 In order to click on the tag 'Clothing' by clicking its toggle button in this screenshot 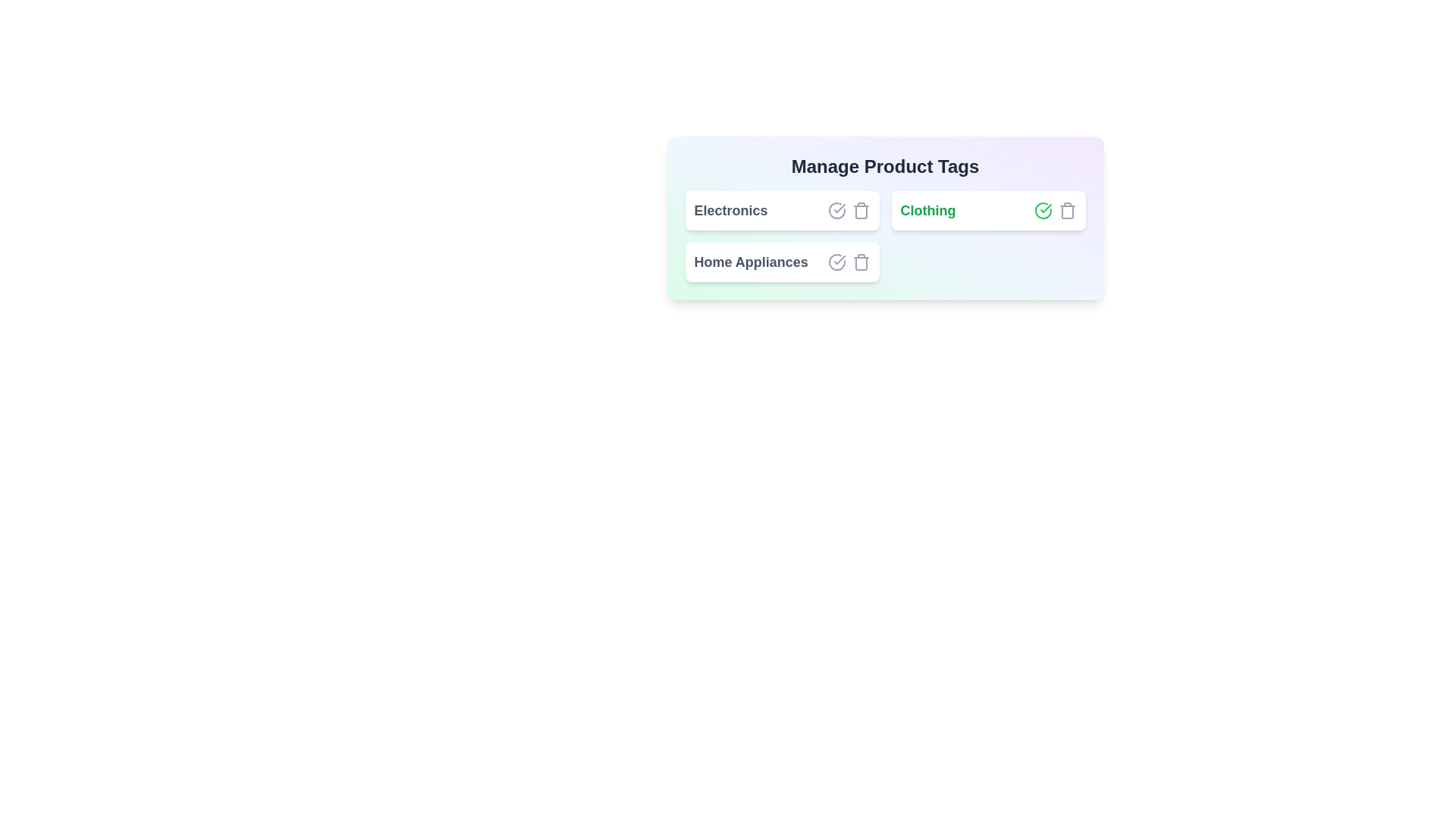, I will do `click(1042, 210)`.